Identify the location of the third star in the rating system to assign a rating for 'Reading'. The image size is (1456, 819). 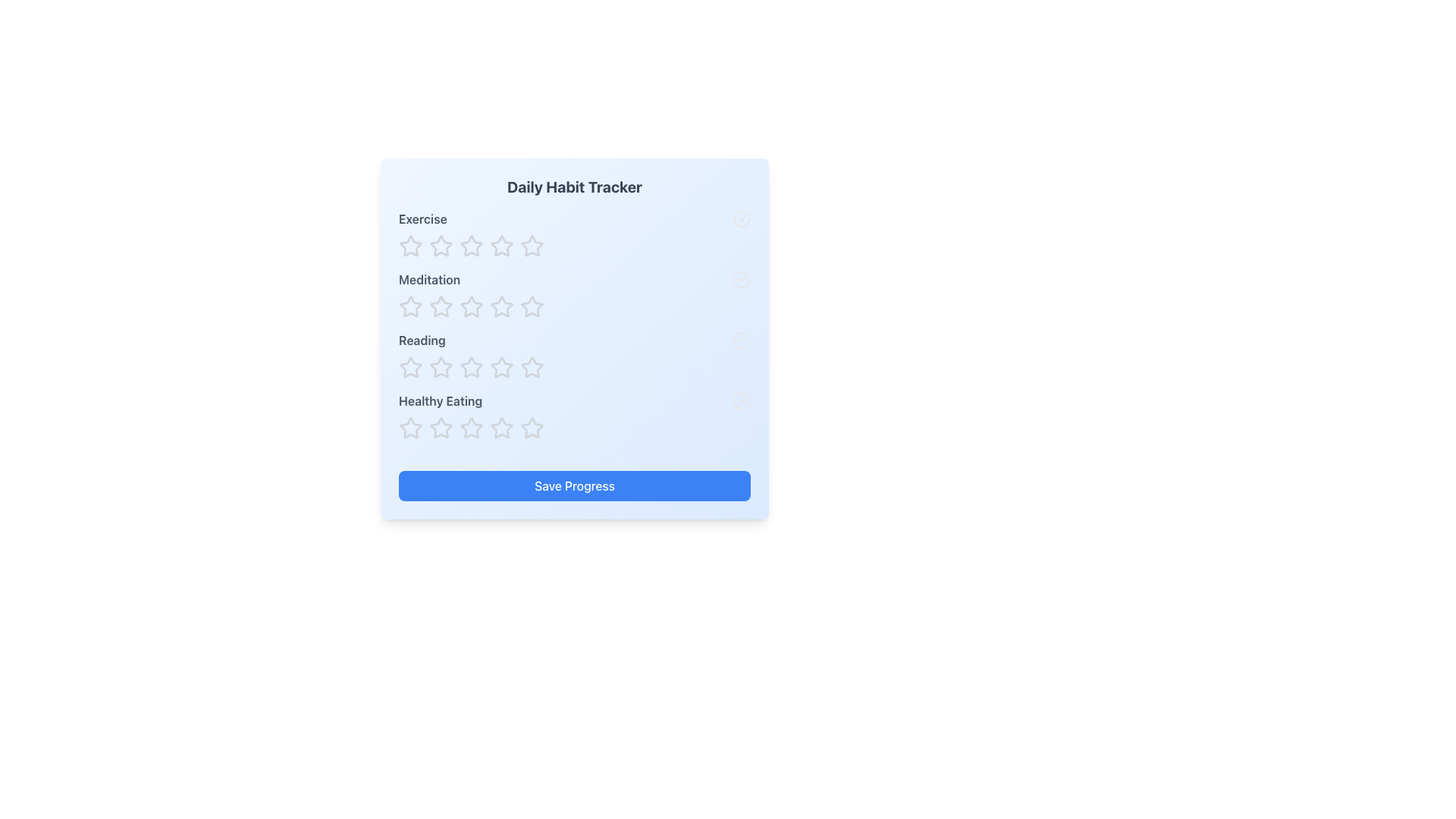
(440, 368).